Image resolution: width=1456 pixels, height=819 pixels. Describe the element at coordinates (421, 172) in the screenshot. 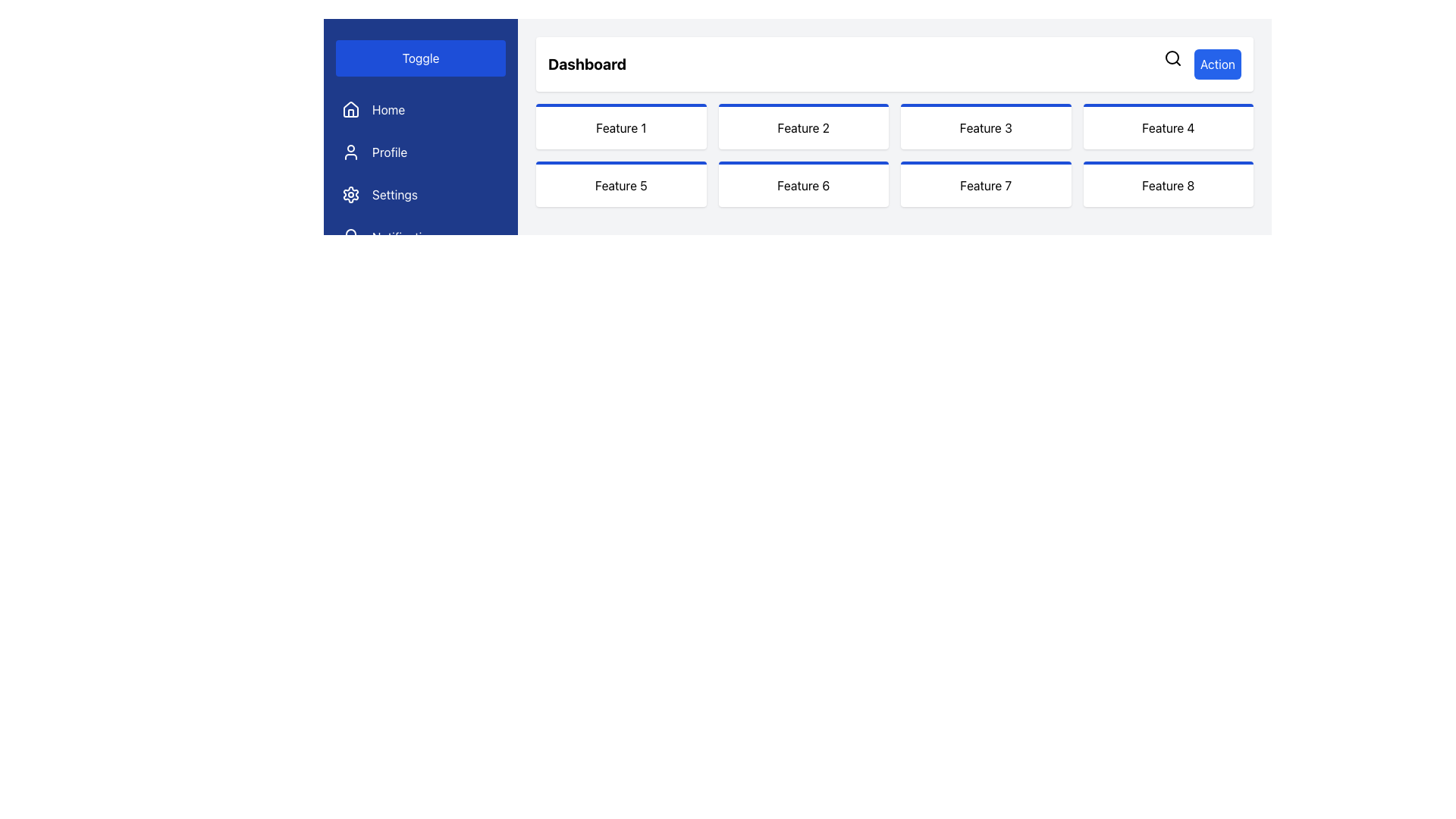

I see `the Navigation Button which is the third item in the vertical list of menu items titled 'Home', 'Profile', 'Settings', and 'Notifications' with a blue background` at that location.